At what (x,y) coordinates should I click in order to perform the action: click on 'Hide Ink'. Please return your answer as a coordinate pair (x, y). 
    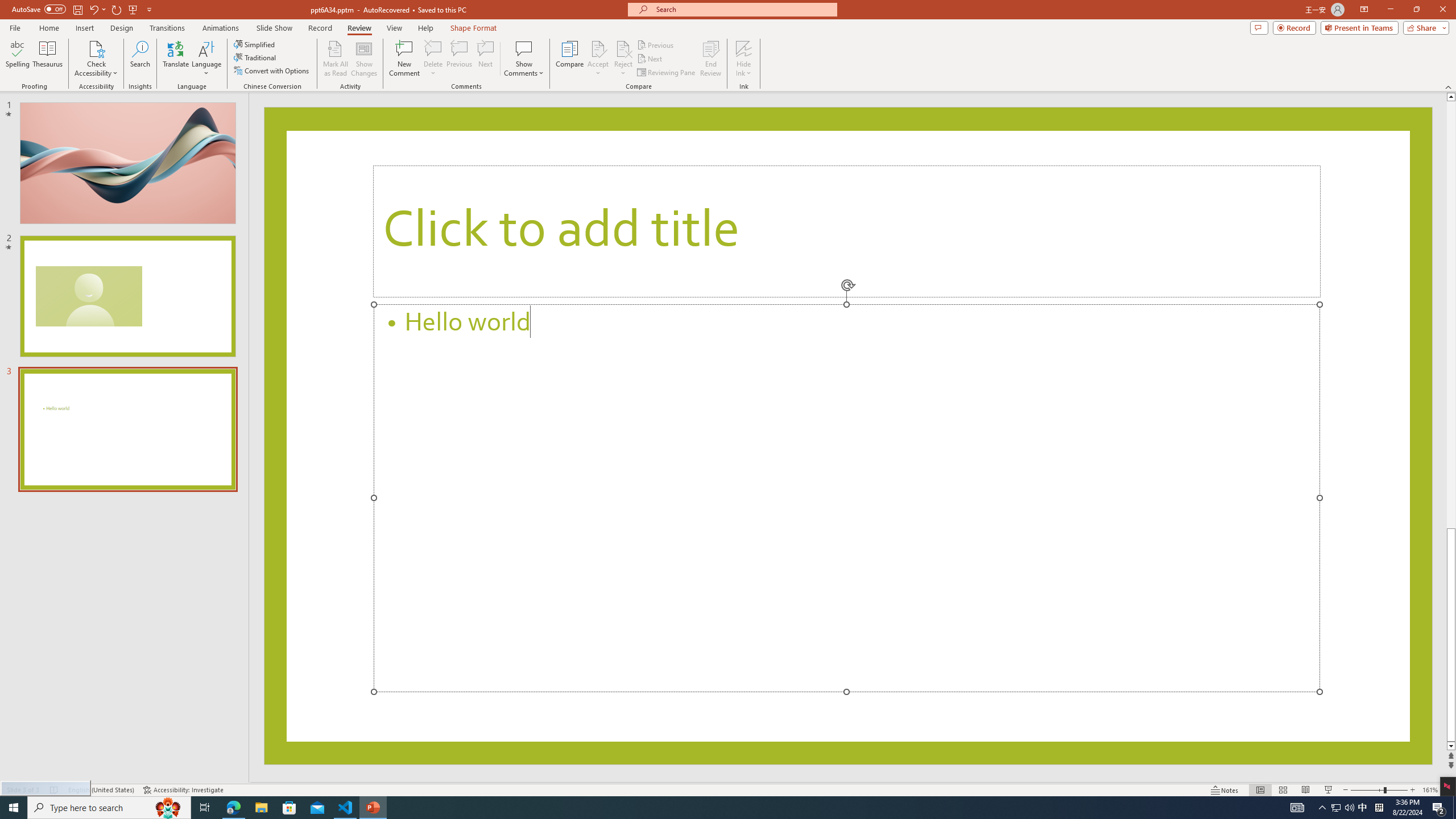
    Looking at the image, I should click on (744, 48).